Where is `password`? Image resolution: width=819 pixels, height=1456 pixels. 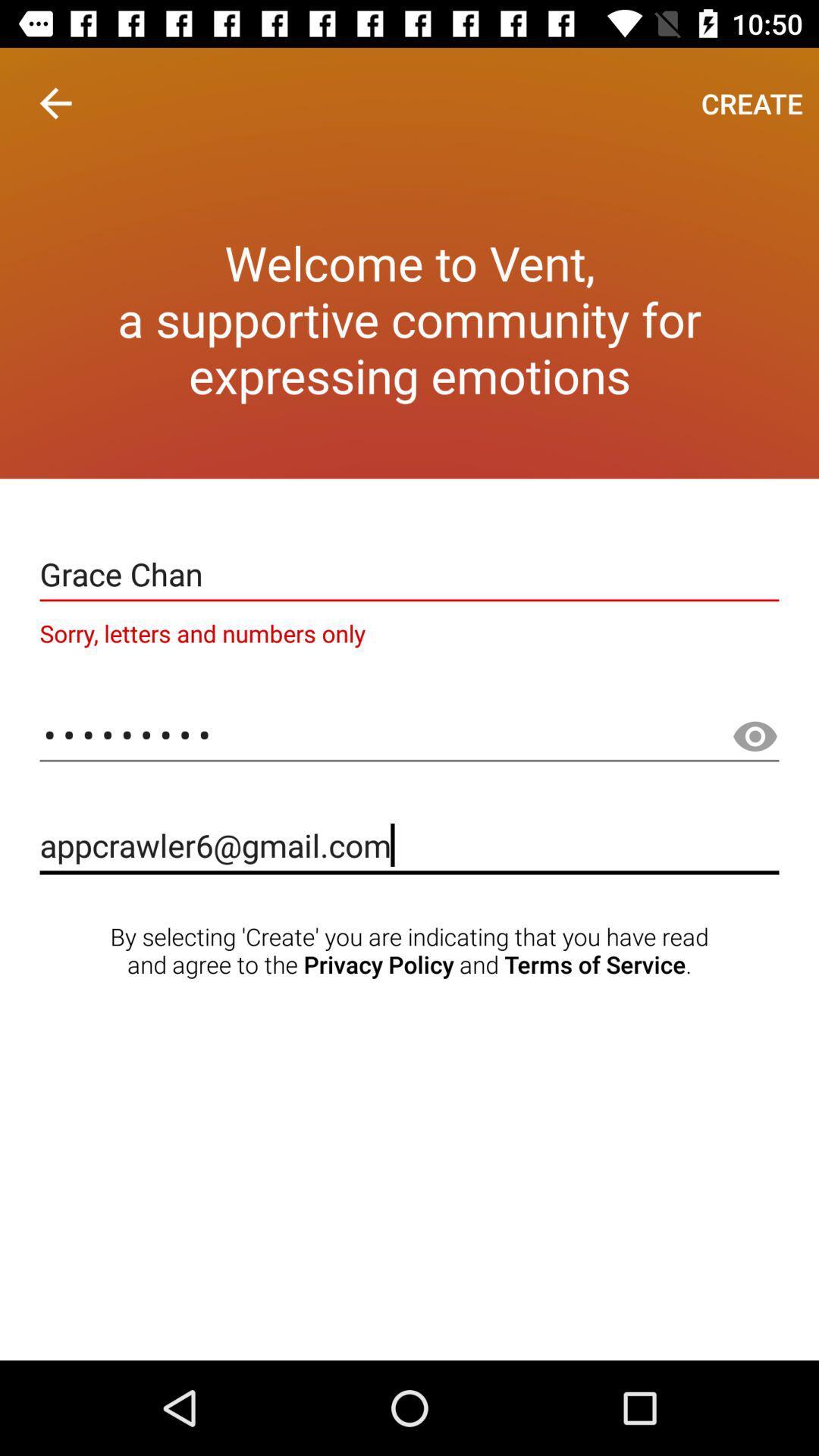 password is located at coordinates (755, 737).